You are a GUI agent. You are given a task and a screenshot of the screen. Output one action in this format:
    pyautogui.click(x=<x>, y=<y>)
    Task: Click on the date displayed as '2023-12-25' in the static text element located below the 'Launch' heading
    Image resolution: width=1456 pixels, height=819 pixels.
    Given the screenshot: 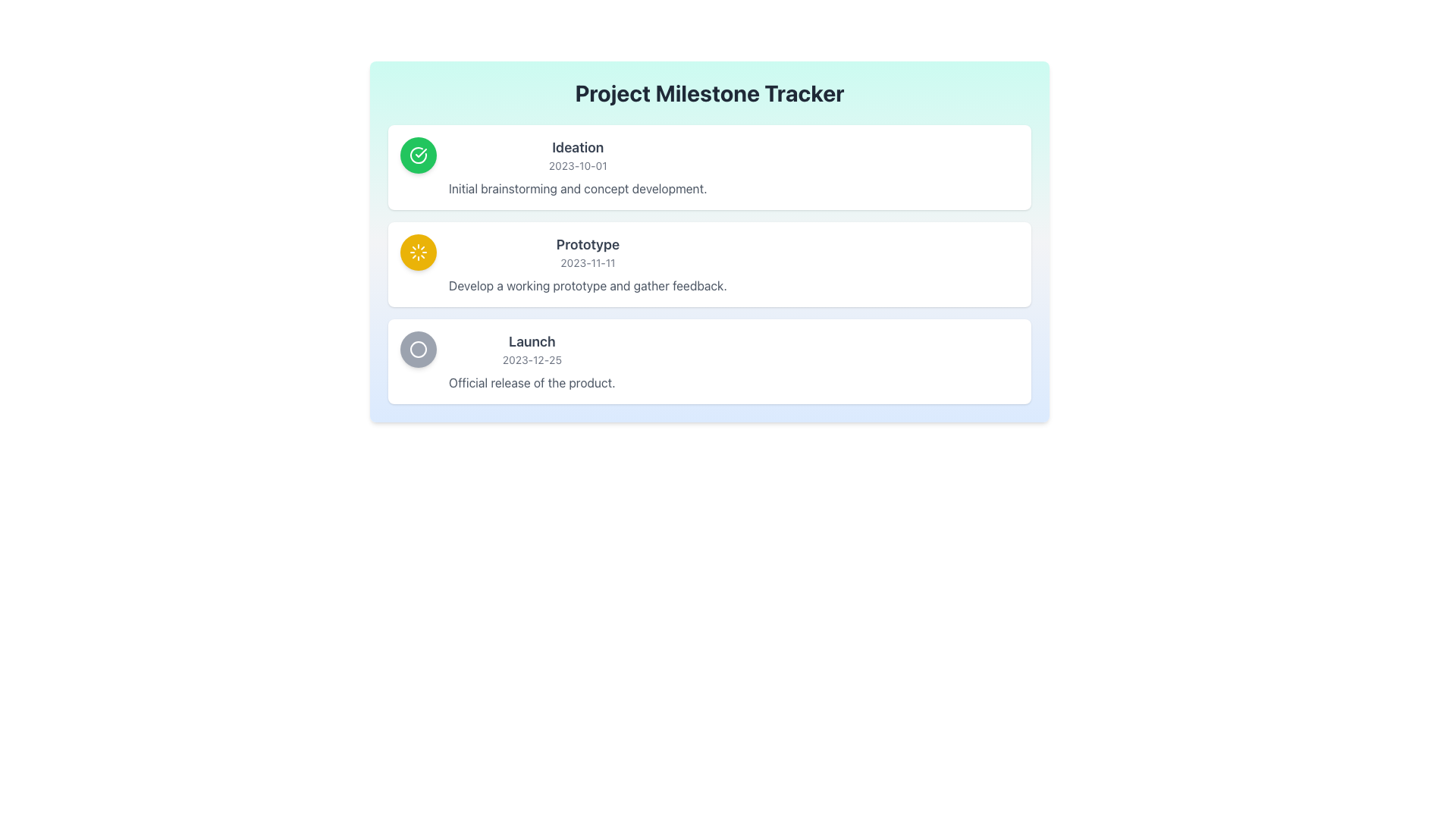 What is the action you would take?
    pyautogui.click(x=532, y=359)
    